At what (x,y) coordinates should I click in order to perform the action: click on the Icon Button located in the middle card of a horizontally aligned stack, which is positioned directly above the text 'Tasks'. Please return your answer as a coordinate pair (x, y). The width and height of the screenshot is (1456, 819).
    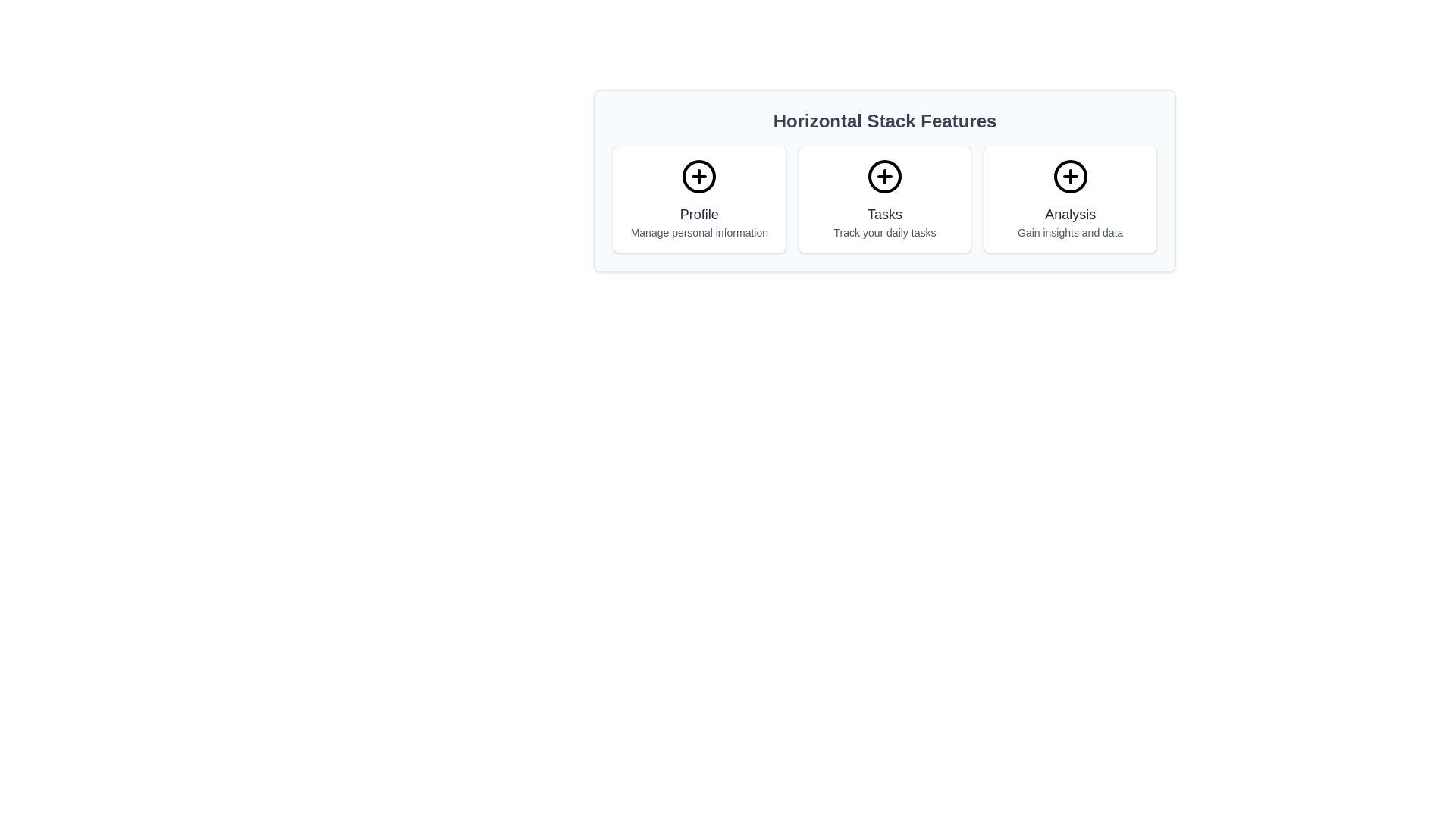
    Looking at the image, I should click on (884, 175).